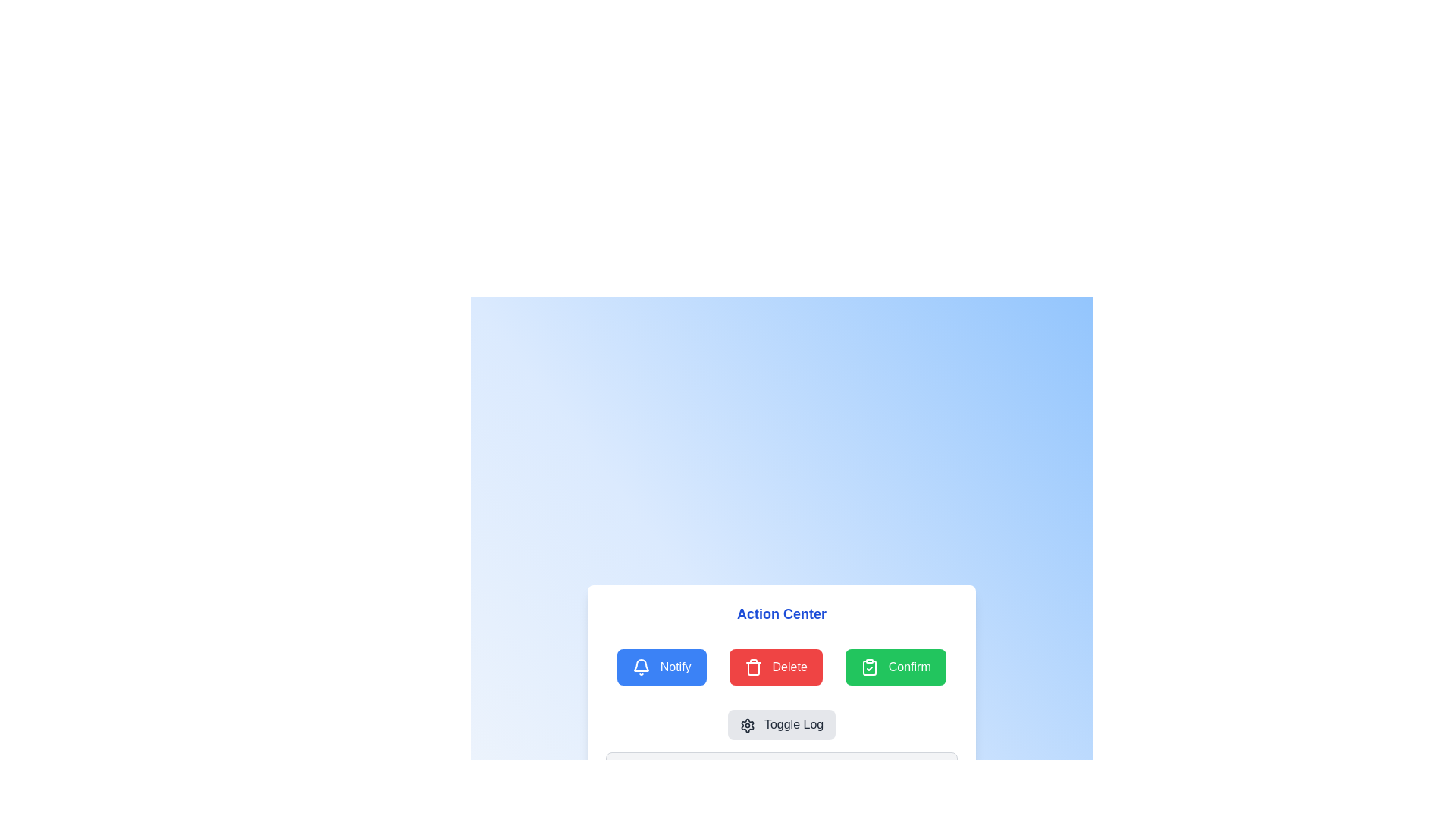  I want to click on the notification icon that is positioned to the left of the text 'Notify' within the blue rectangular button located at the upper section of the interface, so click(642, 667).